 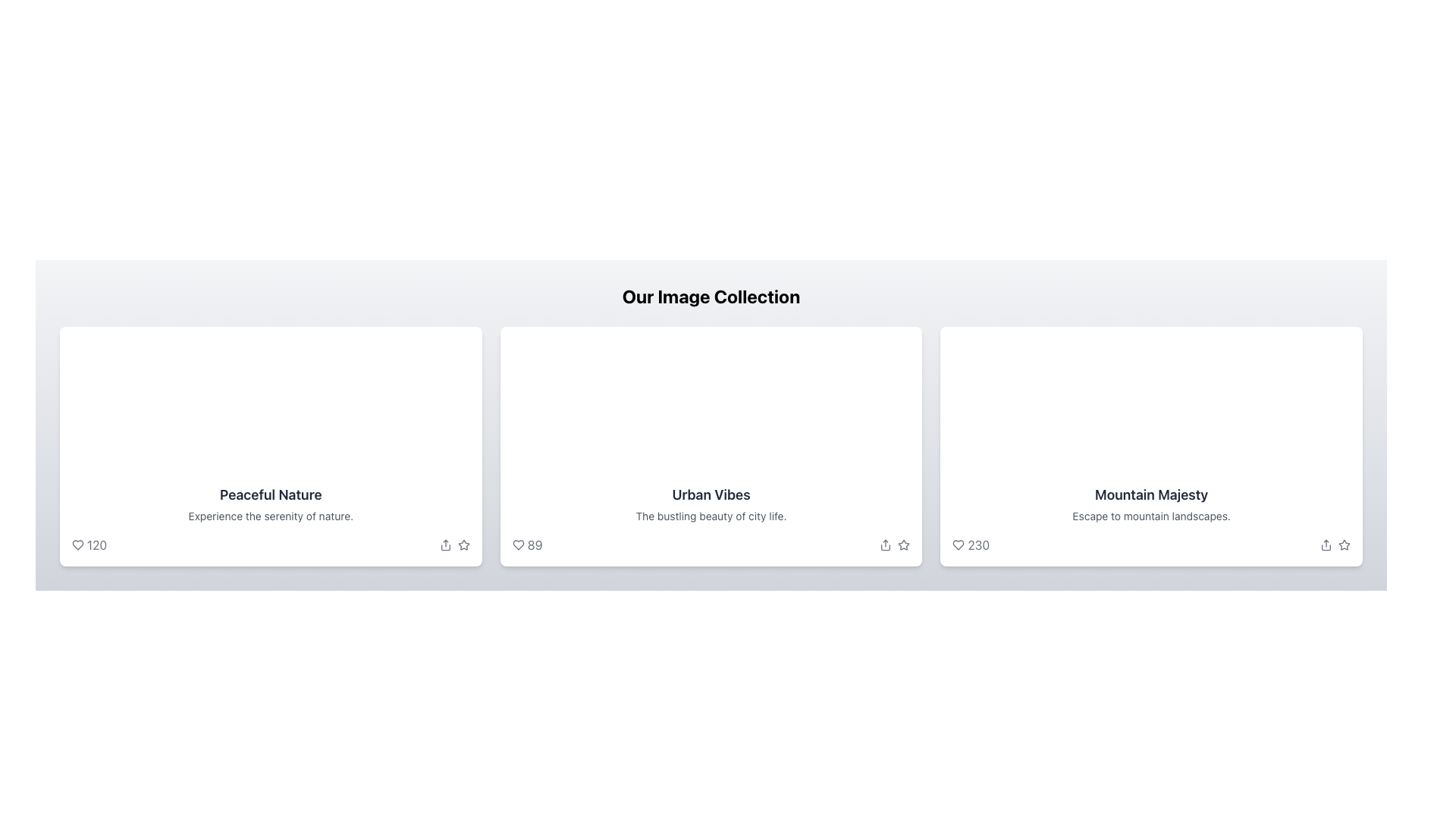 I want to click on the share icon button, which is an upward-pointing arrow located at the bottom-right corner of the 'Urban Vibes' card, so click(x=886, y=544).